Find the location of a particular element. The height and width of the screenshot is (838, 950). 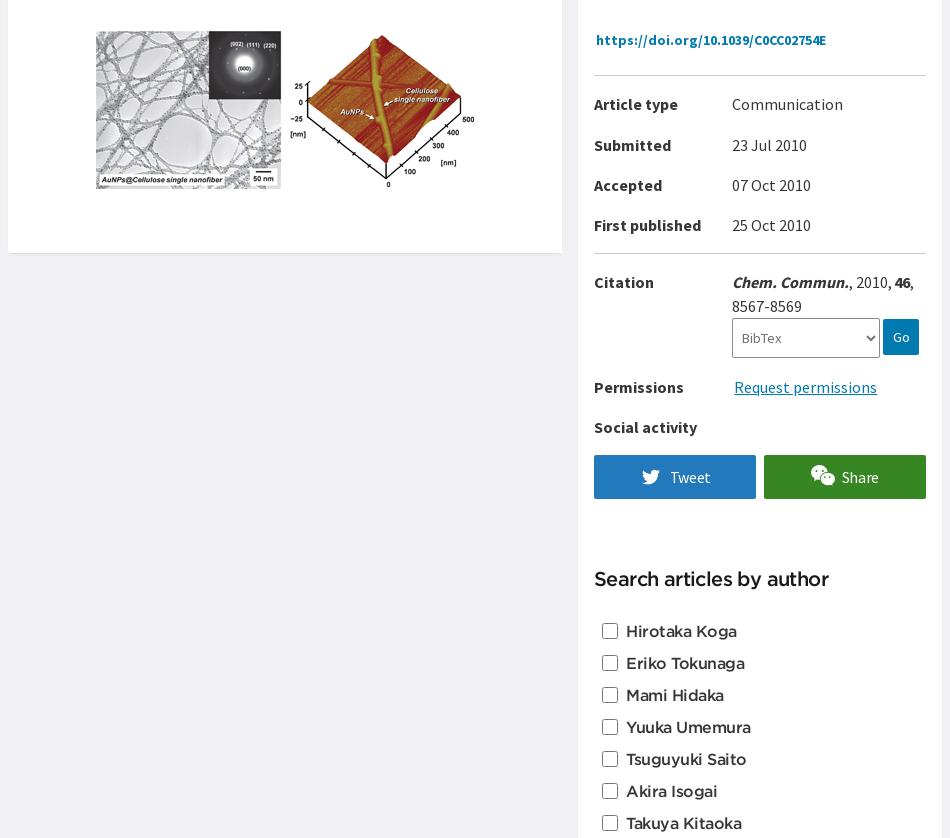

'07 Oct 2010' is located at coordinates (770, 185).